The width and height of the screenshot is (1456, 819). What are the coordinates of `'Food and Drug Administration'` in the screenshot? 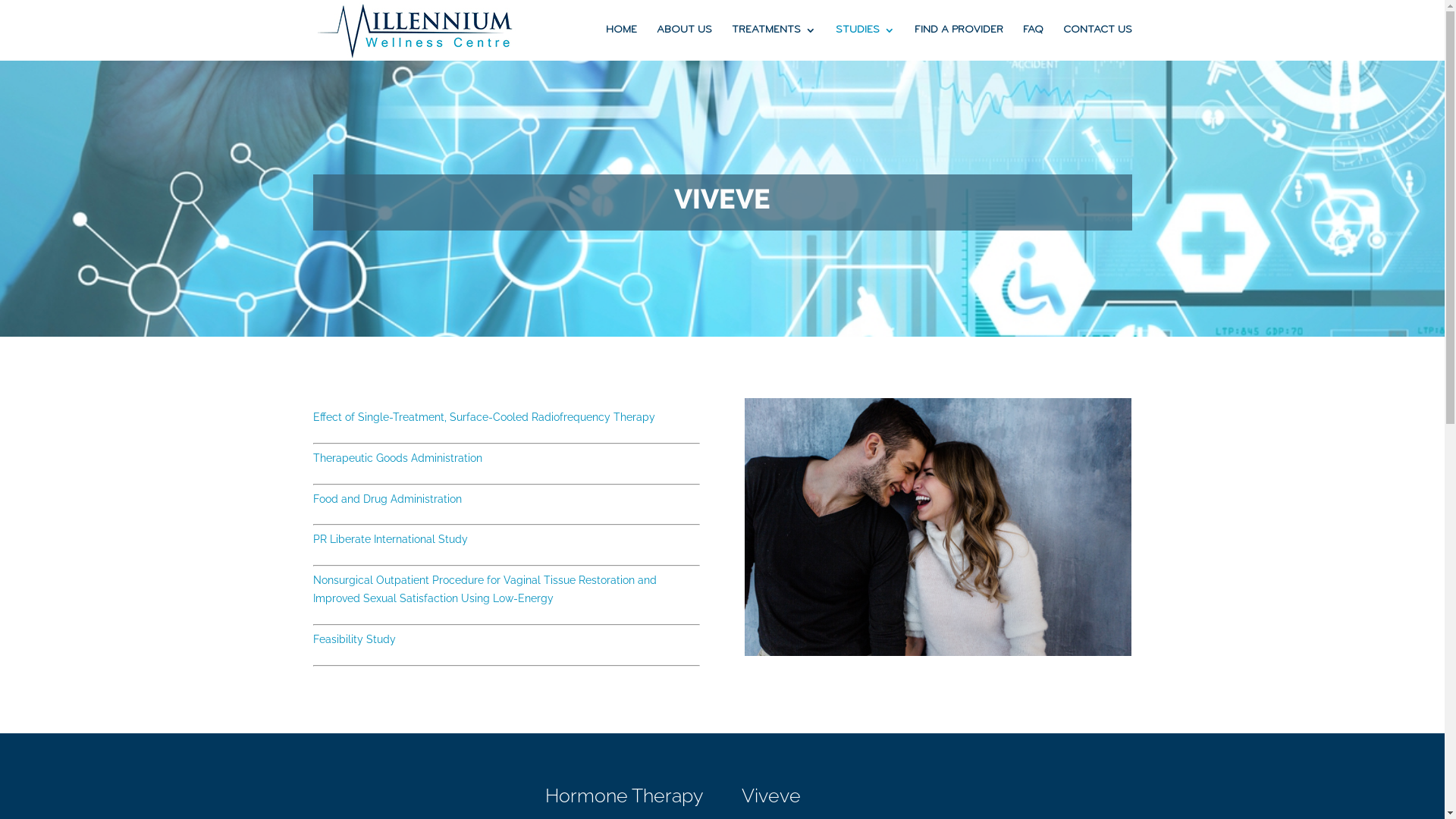 It's located at (386, 499).